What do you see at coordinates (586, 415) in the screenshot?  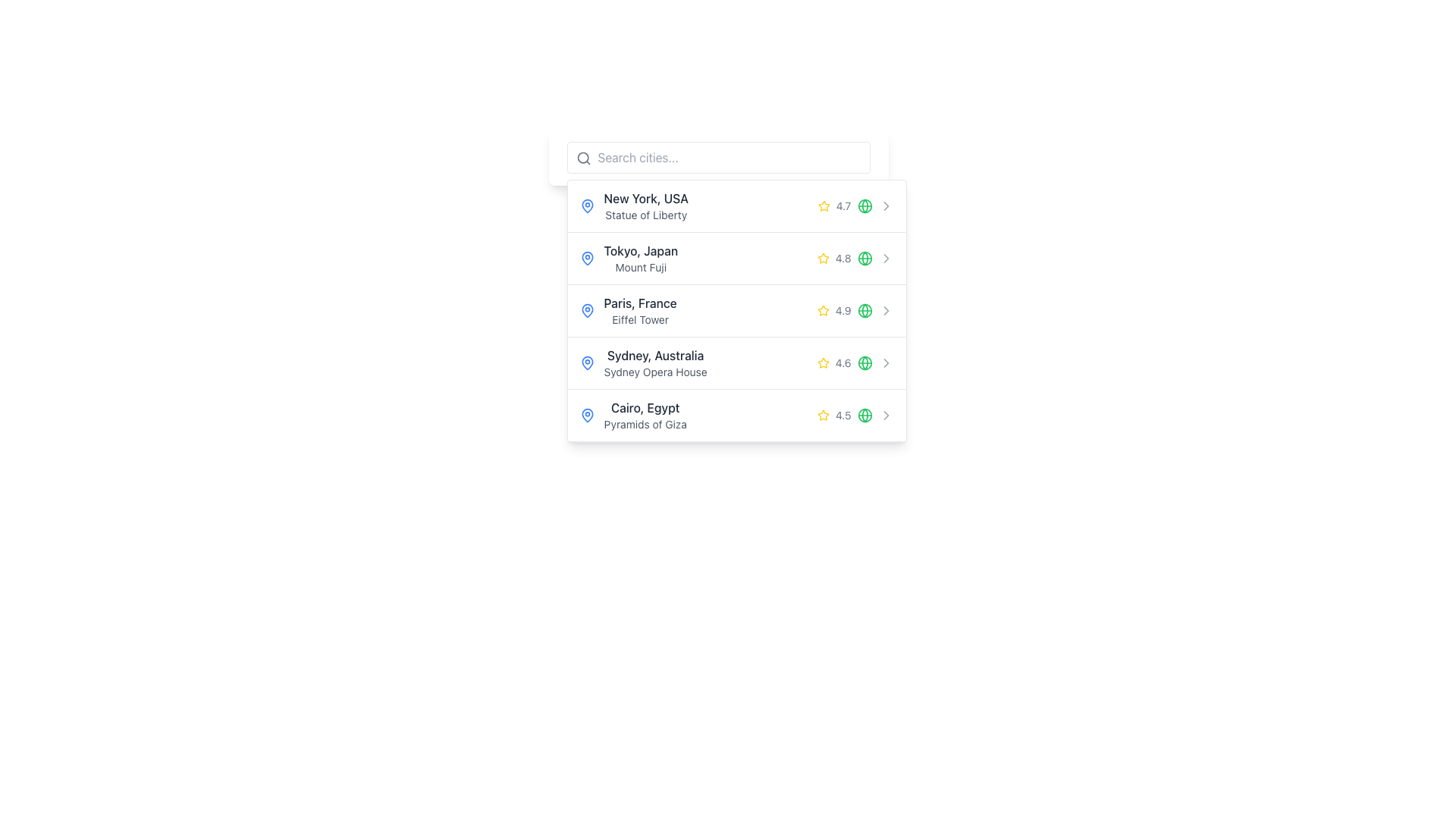 I see `the blue map pin icon located in the last row next to the text 'Cairo, Egypt' and 'Pyramids of Giza'` at bounding box center [586, 415].